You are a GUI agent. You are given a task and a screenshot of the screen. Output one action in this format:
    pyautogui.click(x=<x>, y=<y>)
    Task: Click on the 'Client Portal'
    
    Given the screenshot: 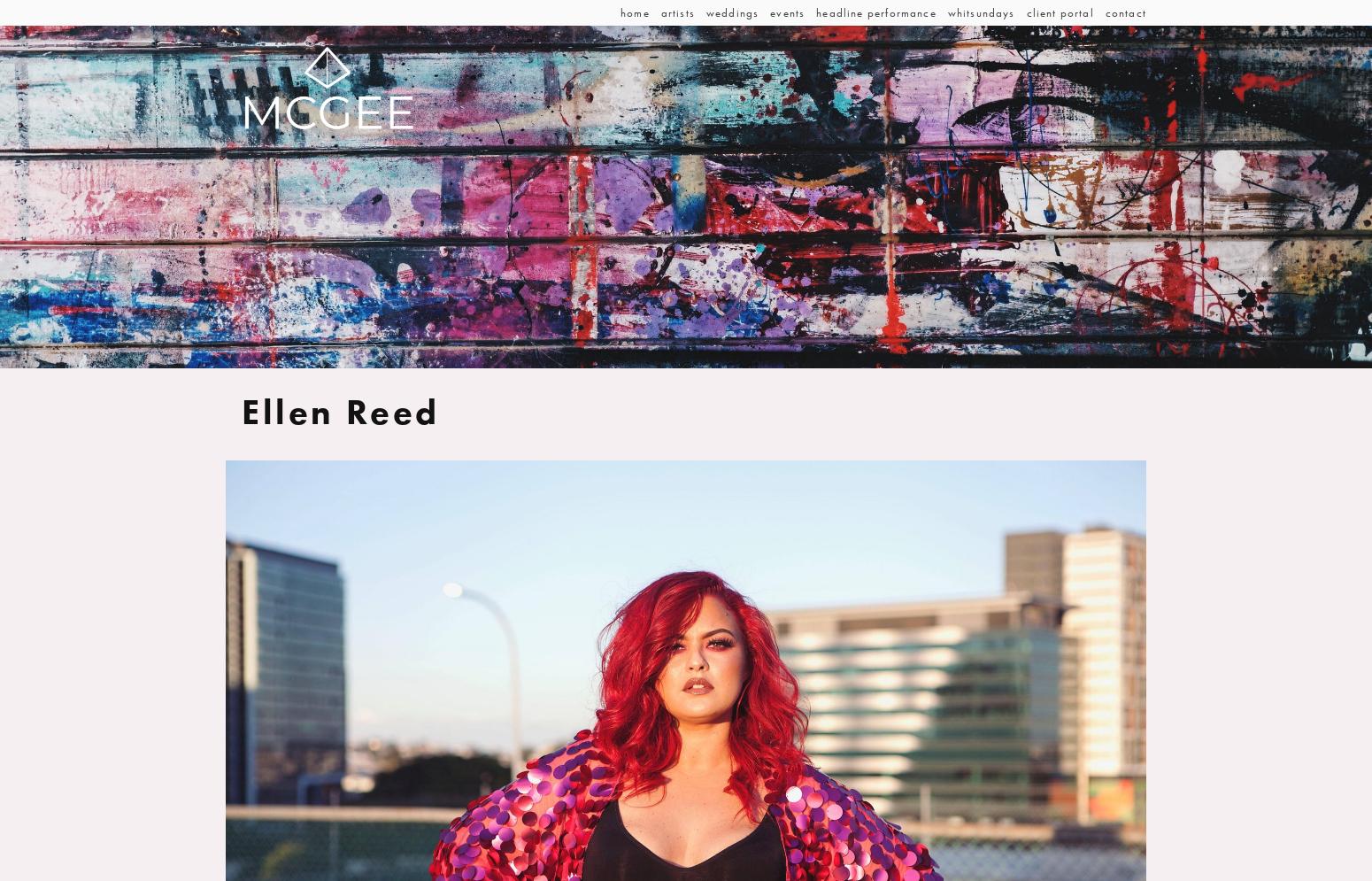 What is the action you would take?
    pyautogui.click(x=1024, y=12)
    